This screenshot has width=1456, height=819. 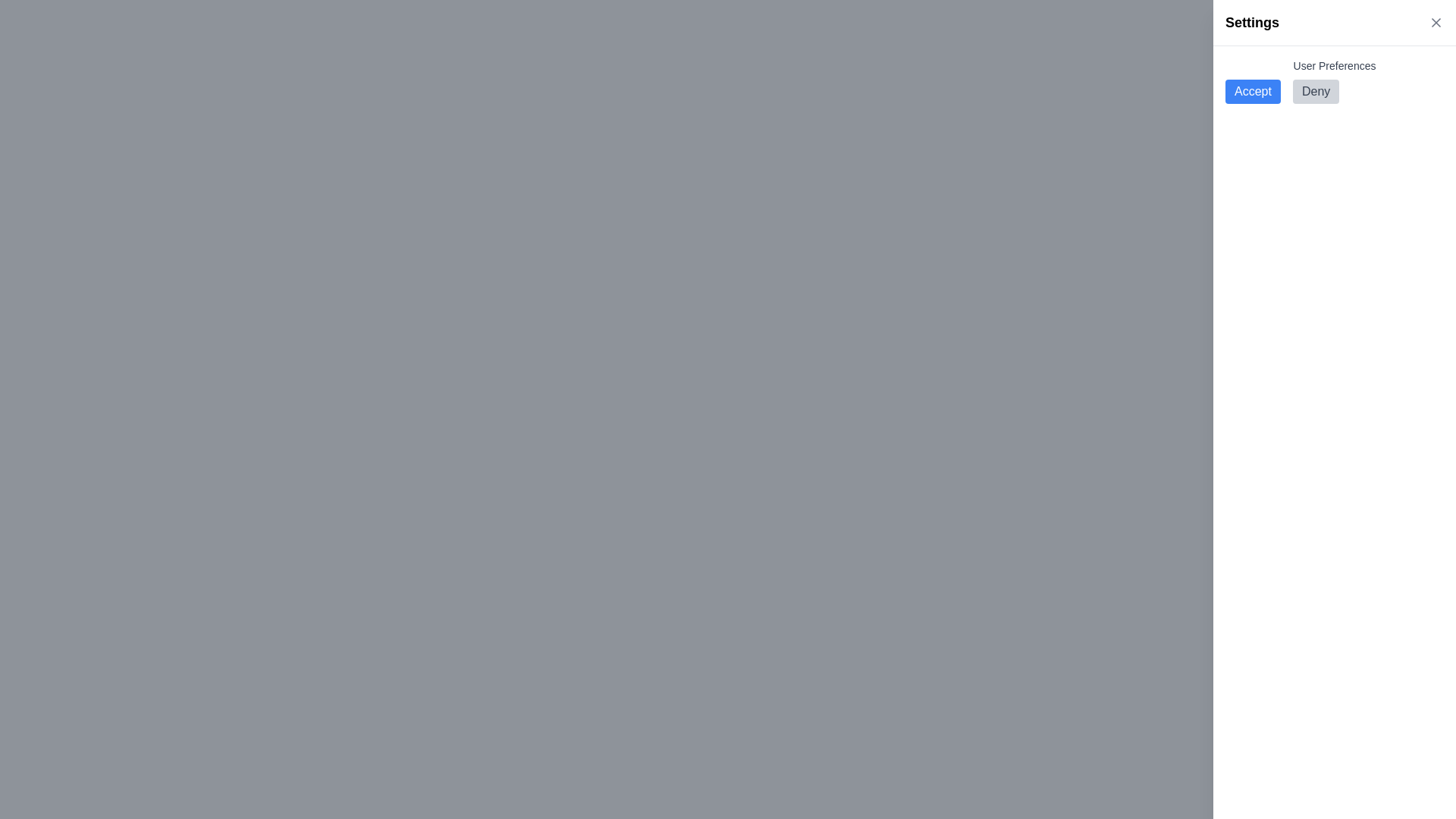 What do you see at coordinates (1436, 23) in the screenshot?
I see `the close button icon located at the top-right corner of the 'Settings' header section` at bounding box center [1436, 23].